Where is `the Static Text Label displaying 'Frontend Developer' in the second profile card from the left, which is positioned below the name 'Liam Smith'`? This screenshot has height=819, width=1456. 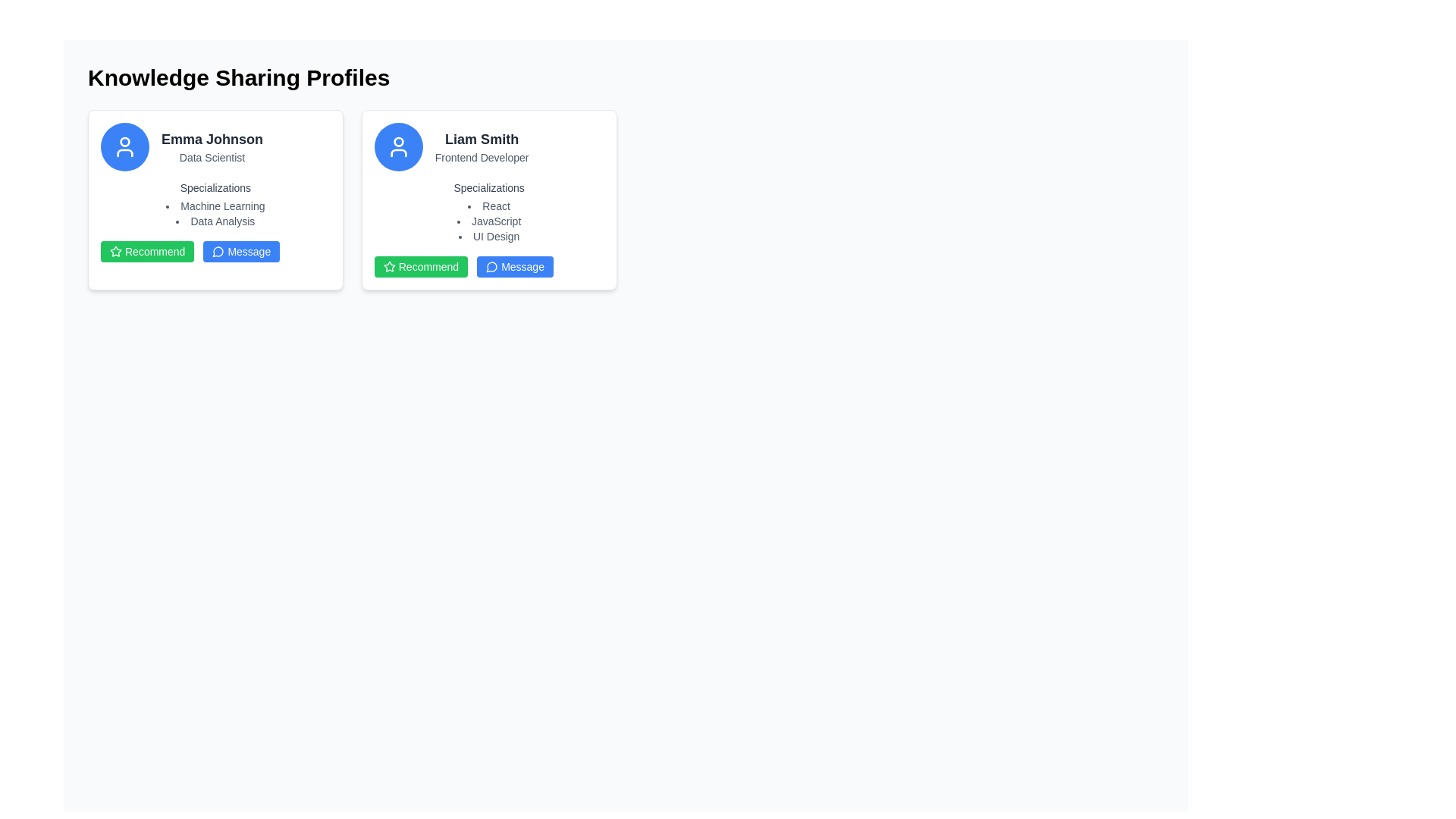
the Static Text Label displaying 'Frontend Developer' in the second profile card from the left, which is positioned below the name 'Liam Smith' is located at coordinates (481, 158).